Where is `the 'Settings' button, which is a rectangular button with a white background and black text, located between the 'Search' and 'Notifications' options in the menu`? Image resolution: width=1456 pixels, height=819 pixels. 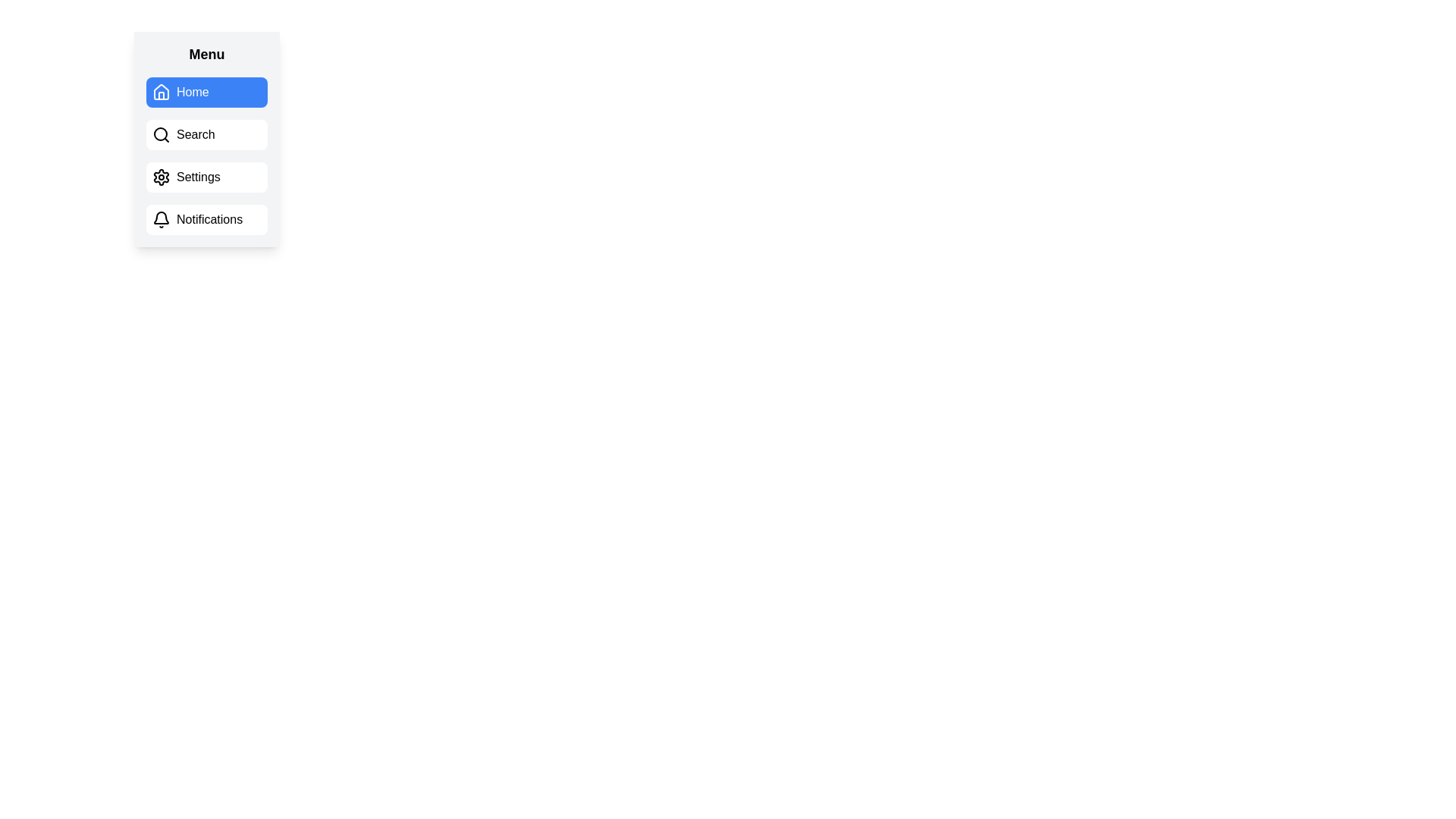
the 'Settings' button, which is a rectangular button with a white background and black text, located between the 'Search' and 'Notifications' options in the menu is located at coordinates (206, 177).